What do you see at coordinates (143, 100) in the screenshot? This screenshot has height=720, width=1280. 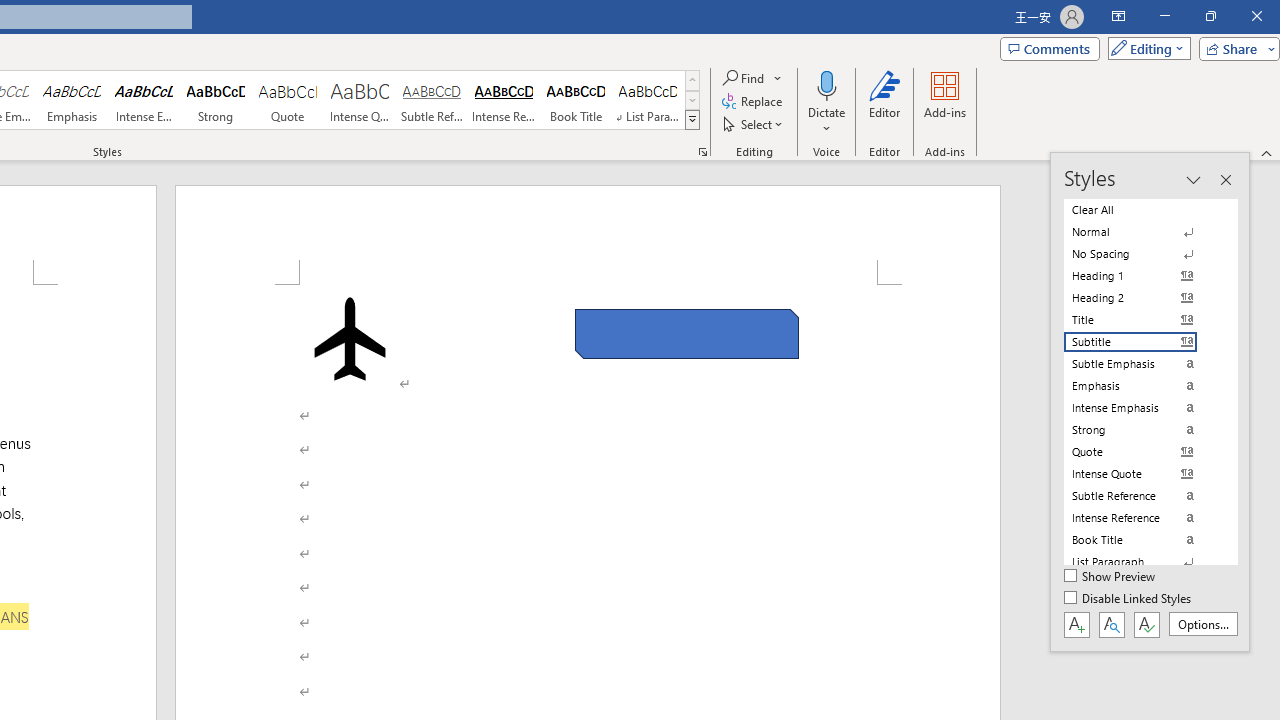 I see `'Intense Emphasis'` at bounding box center [143, 100].